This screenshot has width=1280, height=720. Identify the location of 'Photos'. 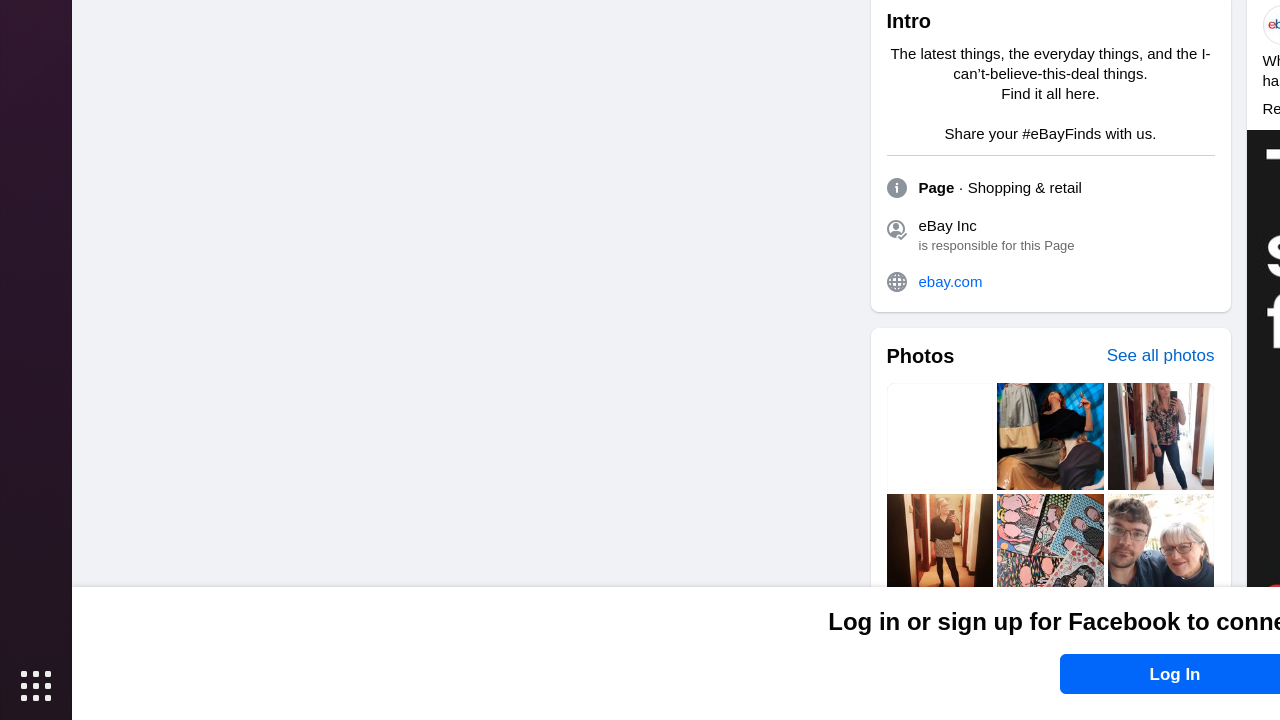
(919, 355).